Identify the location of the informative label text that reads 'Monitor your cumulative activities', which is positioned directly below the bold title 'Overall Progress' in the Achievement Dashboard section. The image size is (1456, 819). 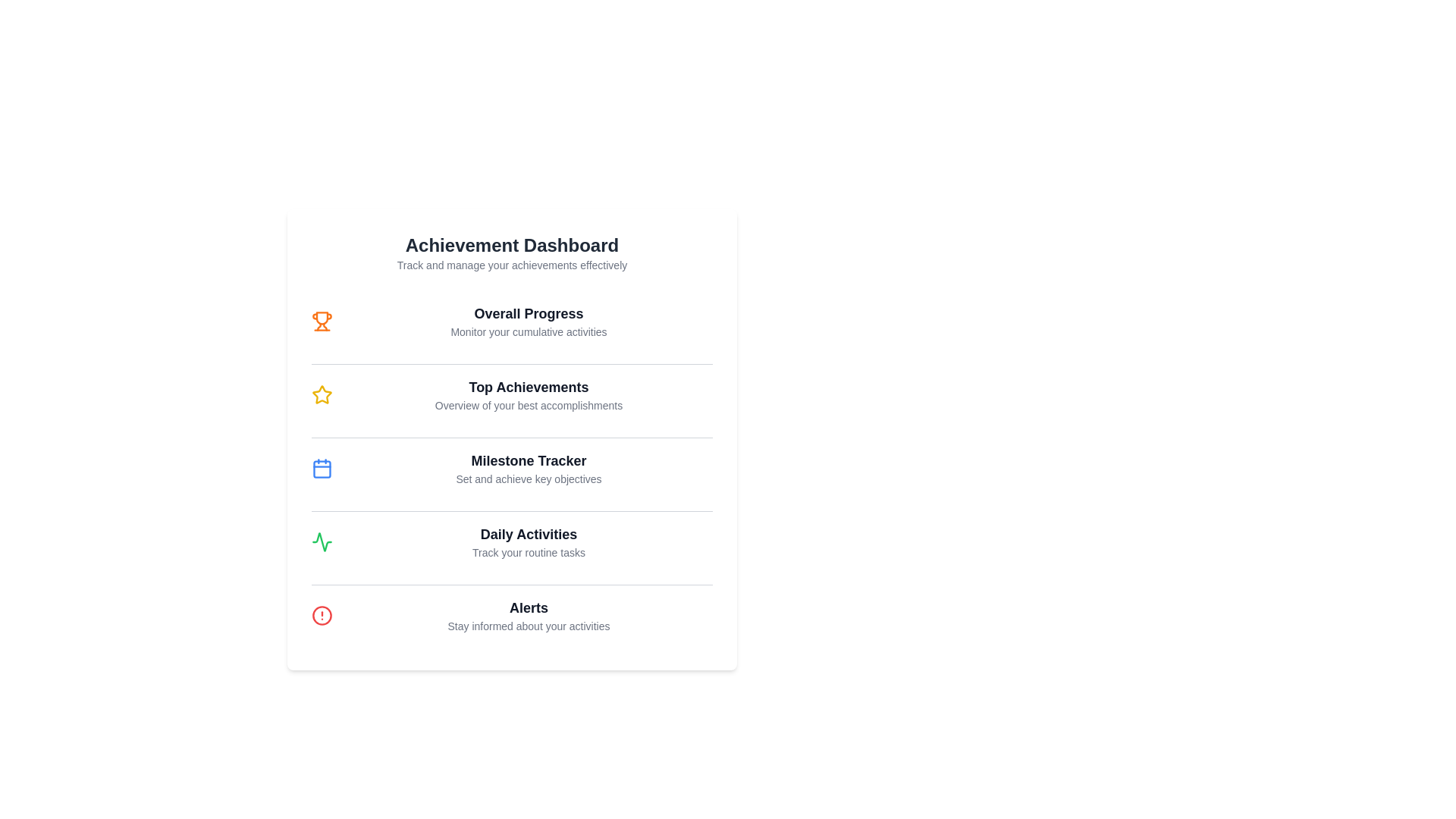
(529, 331).